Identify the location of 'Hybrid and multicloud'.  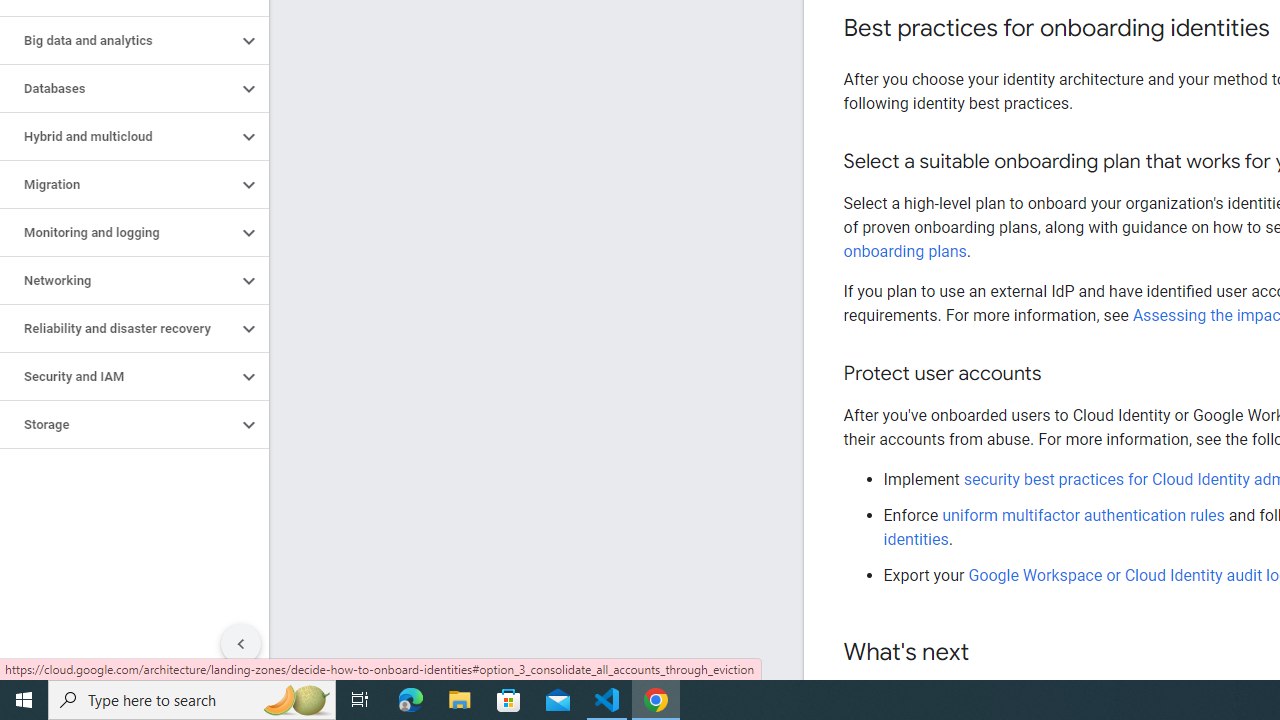
(117, 136).